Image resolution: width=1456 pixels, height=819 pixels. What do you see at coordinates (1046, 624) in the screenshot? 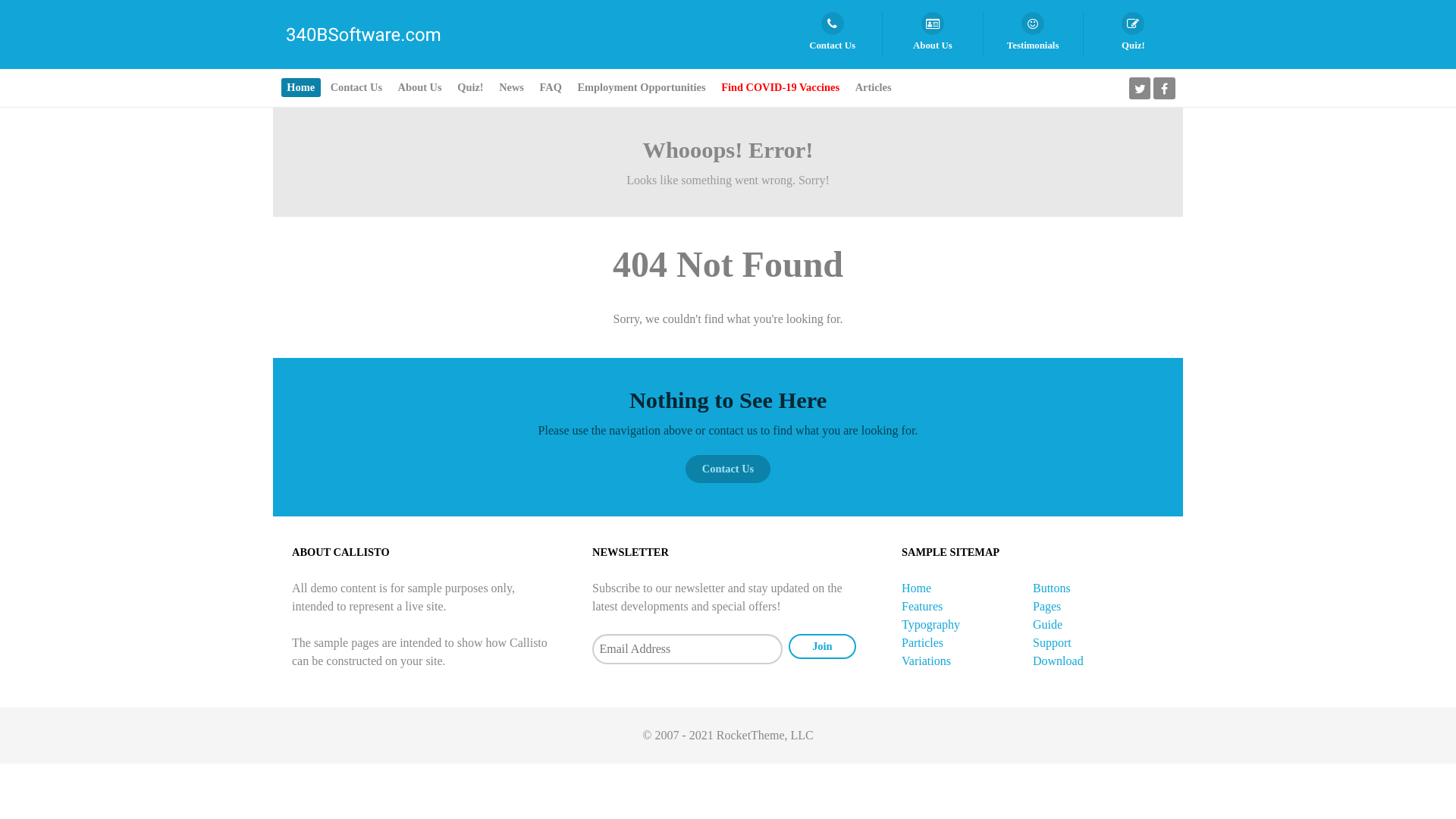
I see `'Guide'` at bounding box center [1046, 624].